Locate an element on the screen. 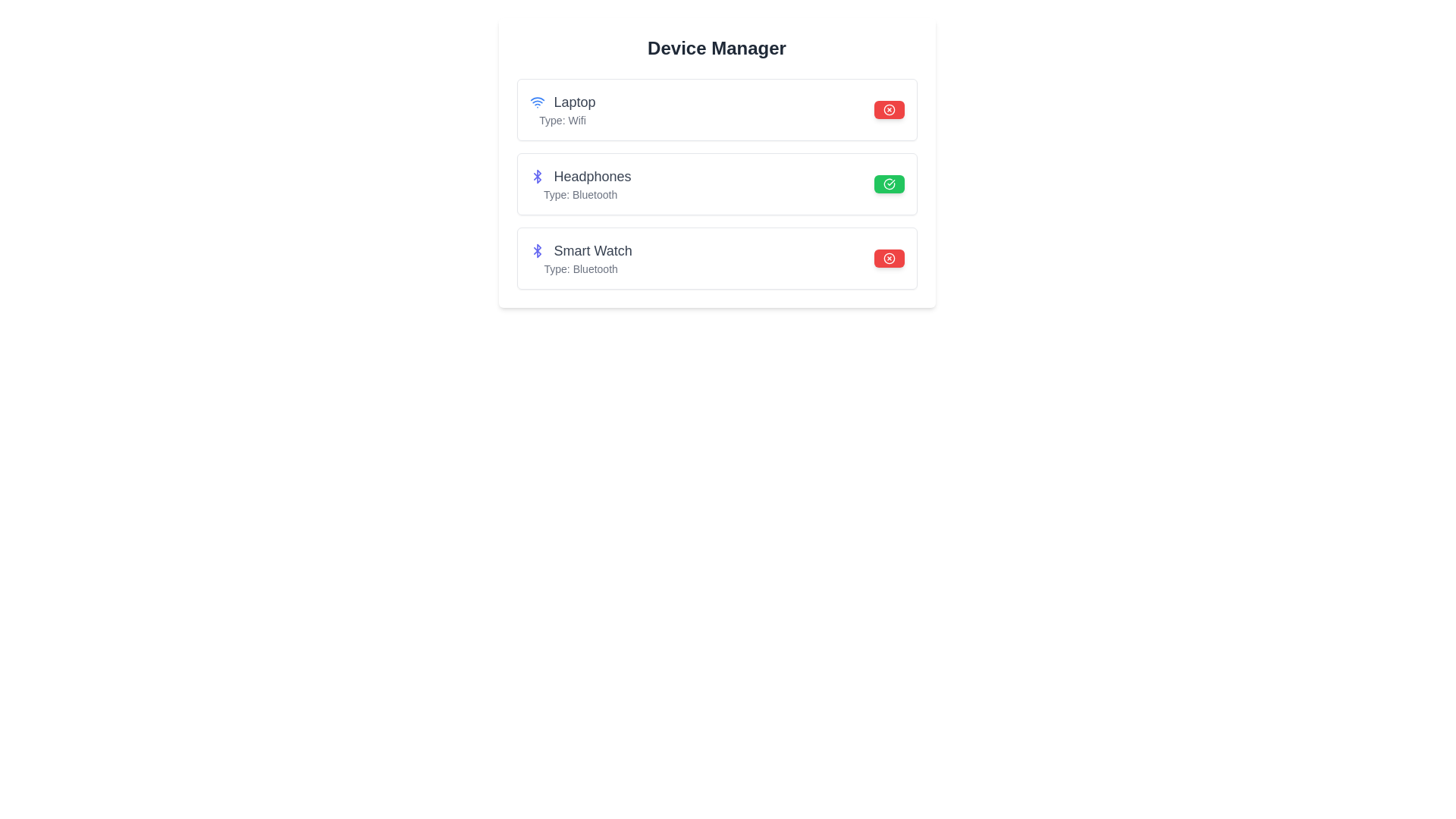 This screenshot has width=1456, height=819. the text block that provides information about the 'Smart Watch' device, which is the third item listed in the 'Device Manager' section of the card layout is located at coordinates (580, 257).